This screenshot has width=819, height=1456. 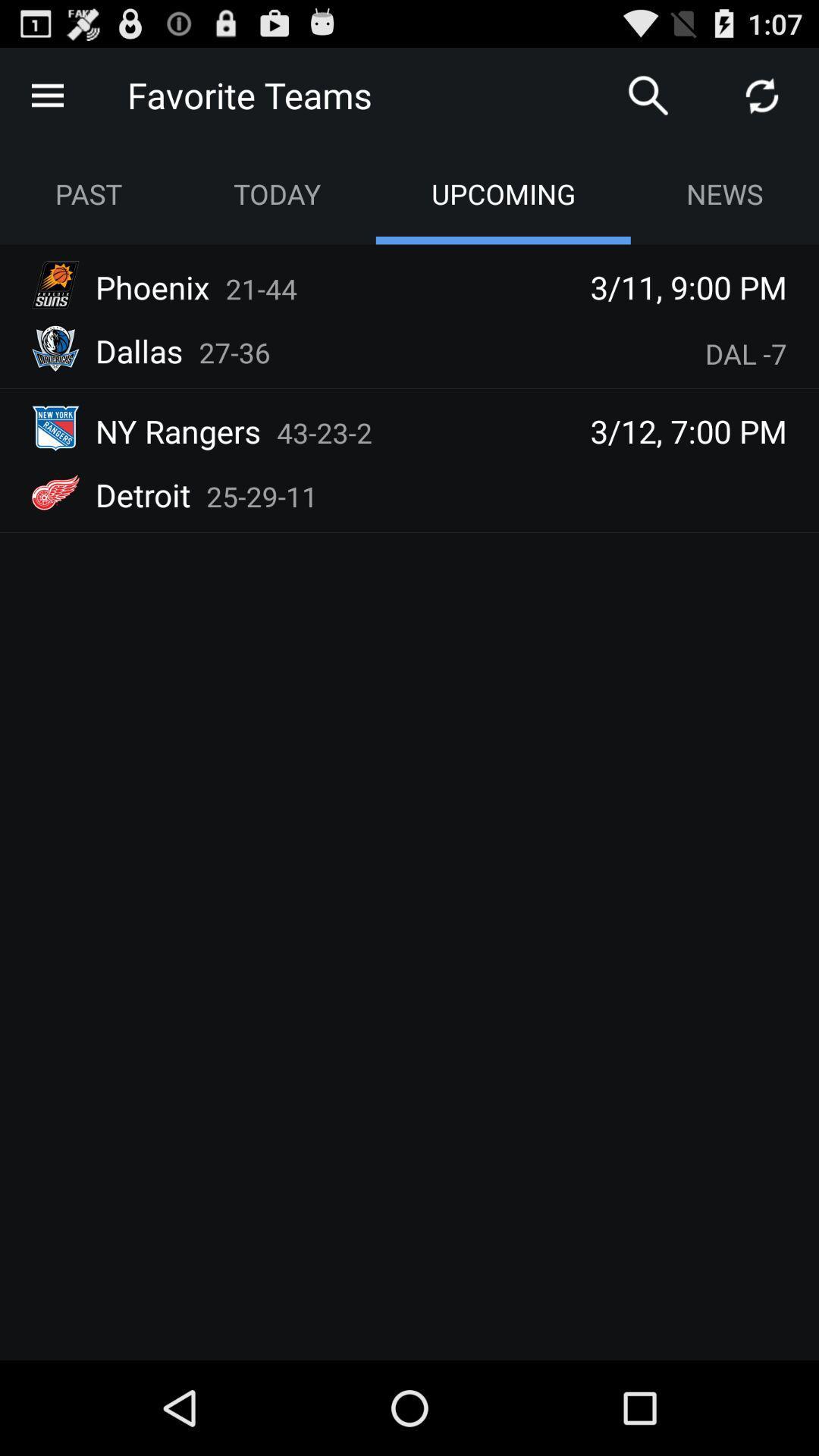 What do you see at coordinates (648, 94) in the screenshot?
I see `search for team` at bounding box center [648, 94].